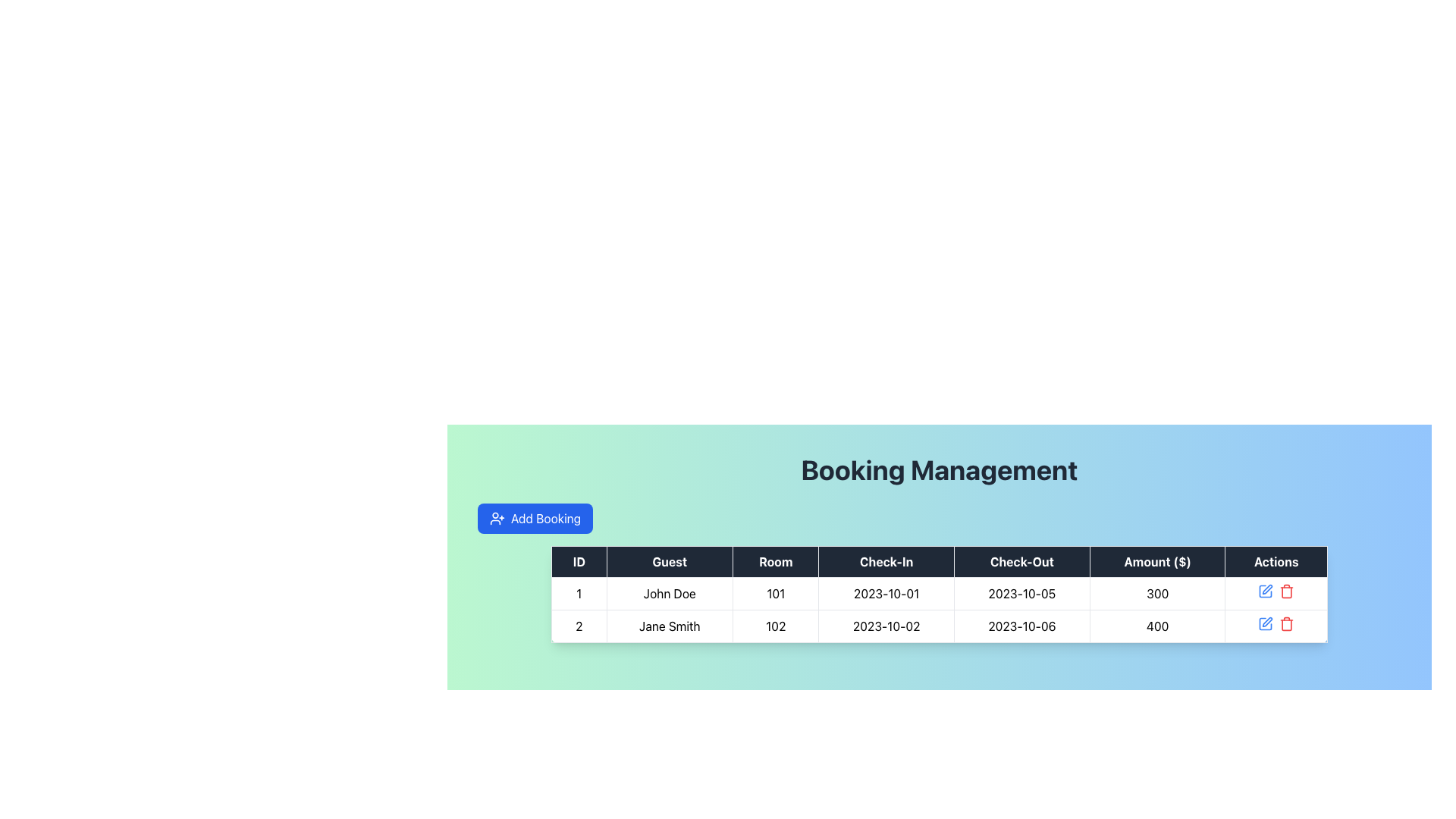  Describe the element at coordinates (578, 561) in the screenshot. I see `the 'ID' text label in the first cell of the table header, which is displayed in bold white font on a dark background` at that location.